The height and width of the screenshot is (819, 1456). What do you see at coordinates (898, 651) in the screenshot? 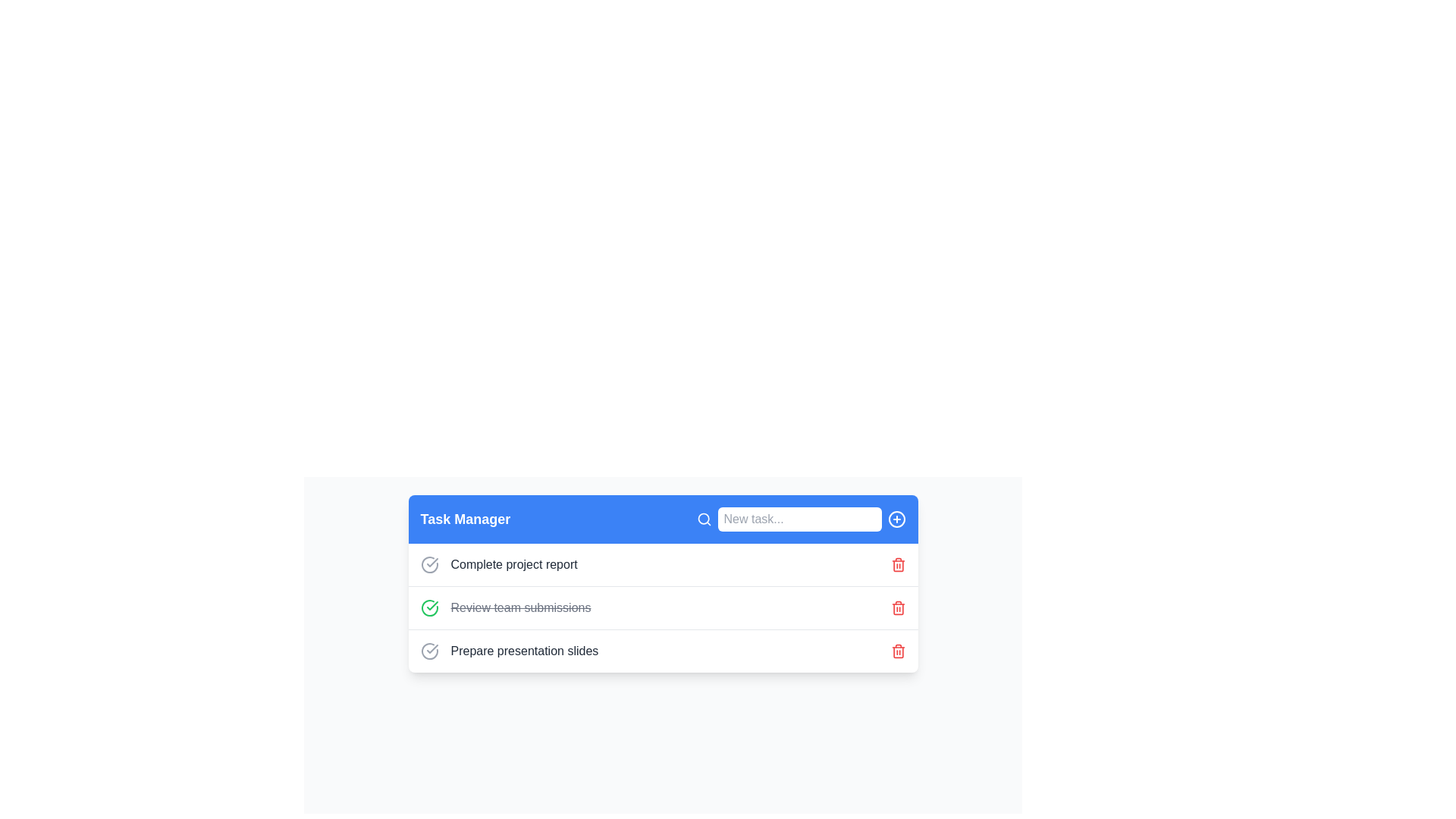
I see `the delete button icon located at the rightmost side of the row containing the task 'Prepare presentation slides'` at bounding box center [898, 651].